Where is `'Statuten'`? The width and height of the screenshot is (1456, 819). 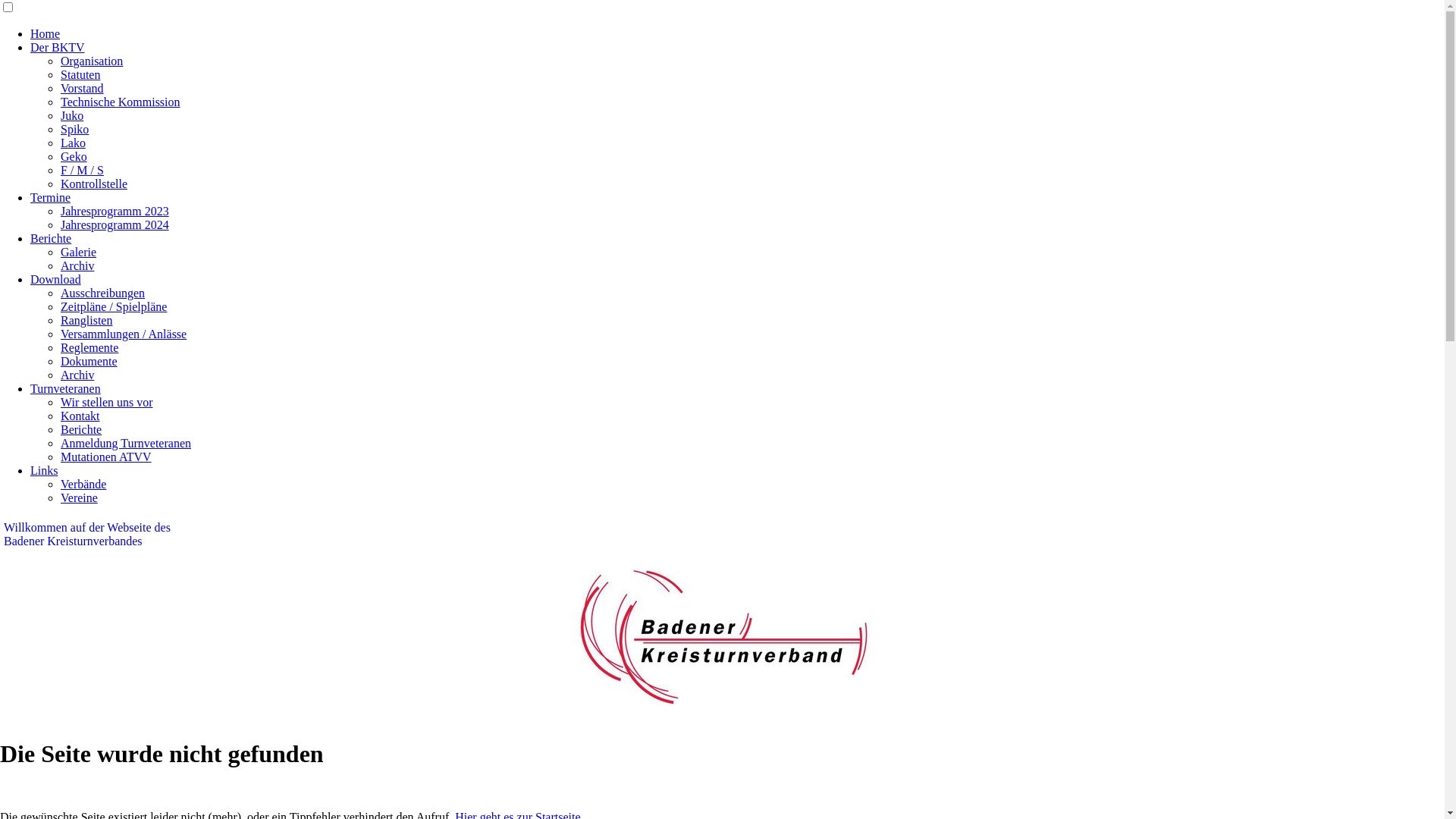 'Statuten' is located at coordinates (79, 74).